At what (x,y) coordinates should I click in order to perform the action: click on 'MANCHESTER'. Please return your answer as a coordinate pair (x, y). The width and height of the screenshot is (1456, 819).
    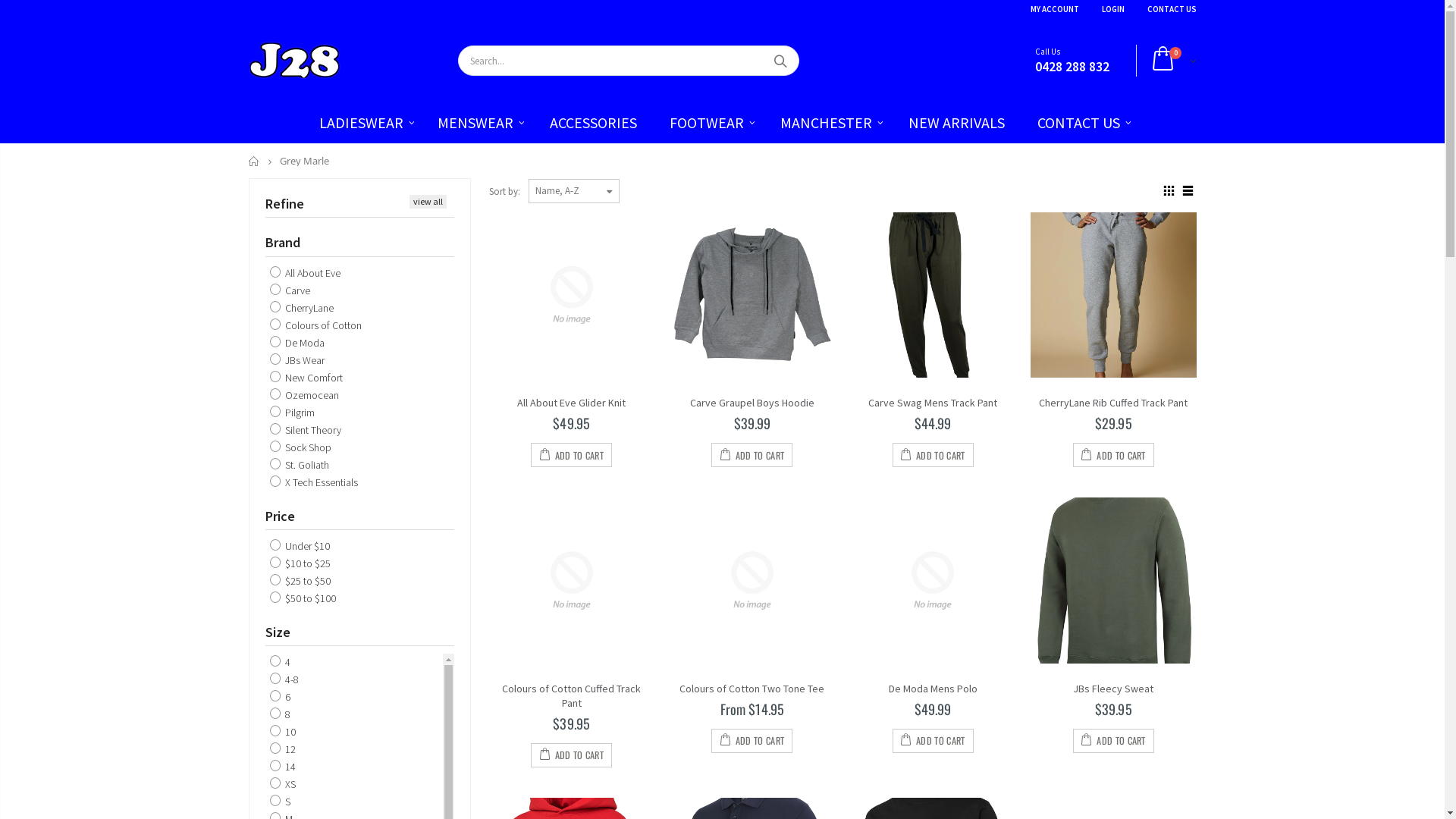
    Looking at the image, I should click on (764, 122).